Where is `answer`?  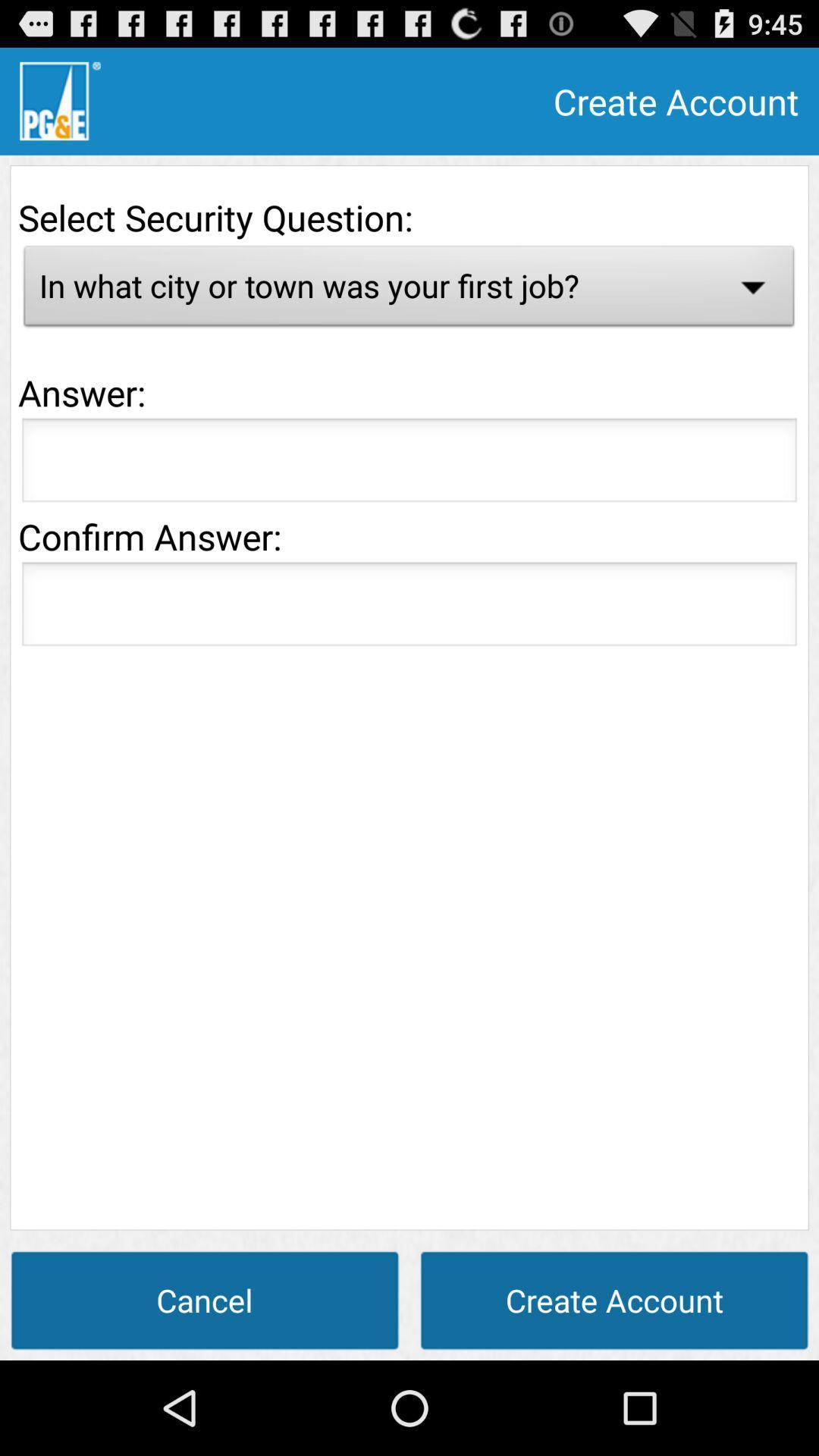
answer is located at coordinates (409, 463).